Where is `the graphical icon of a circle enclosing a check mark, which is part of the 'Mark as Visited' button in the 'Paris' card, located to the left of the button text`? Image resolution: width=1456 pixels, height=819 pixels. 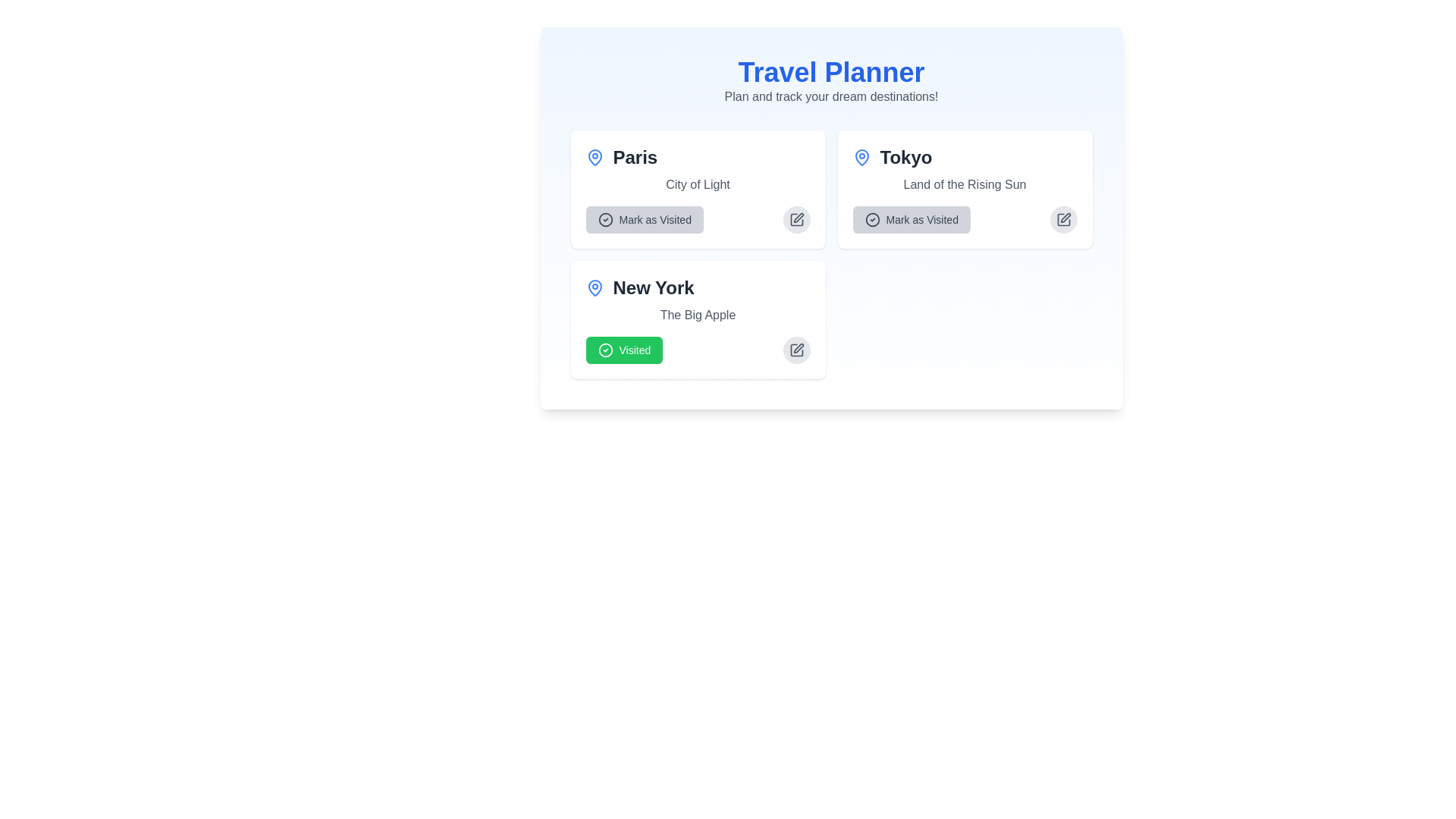
the graphical icon of a circle enclosing a check mark, which is part of the 'Mark as Visited' button in the 'Paris' card, located to the left of the button text is located at coordinates (604, 219).